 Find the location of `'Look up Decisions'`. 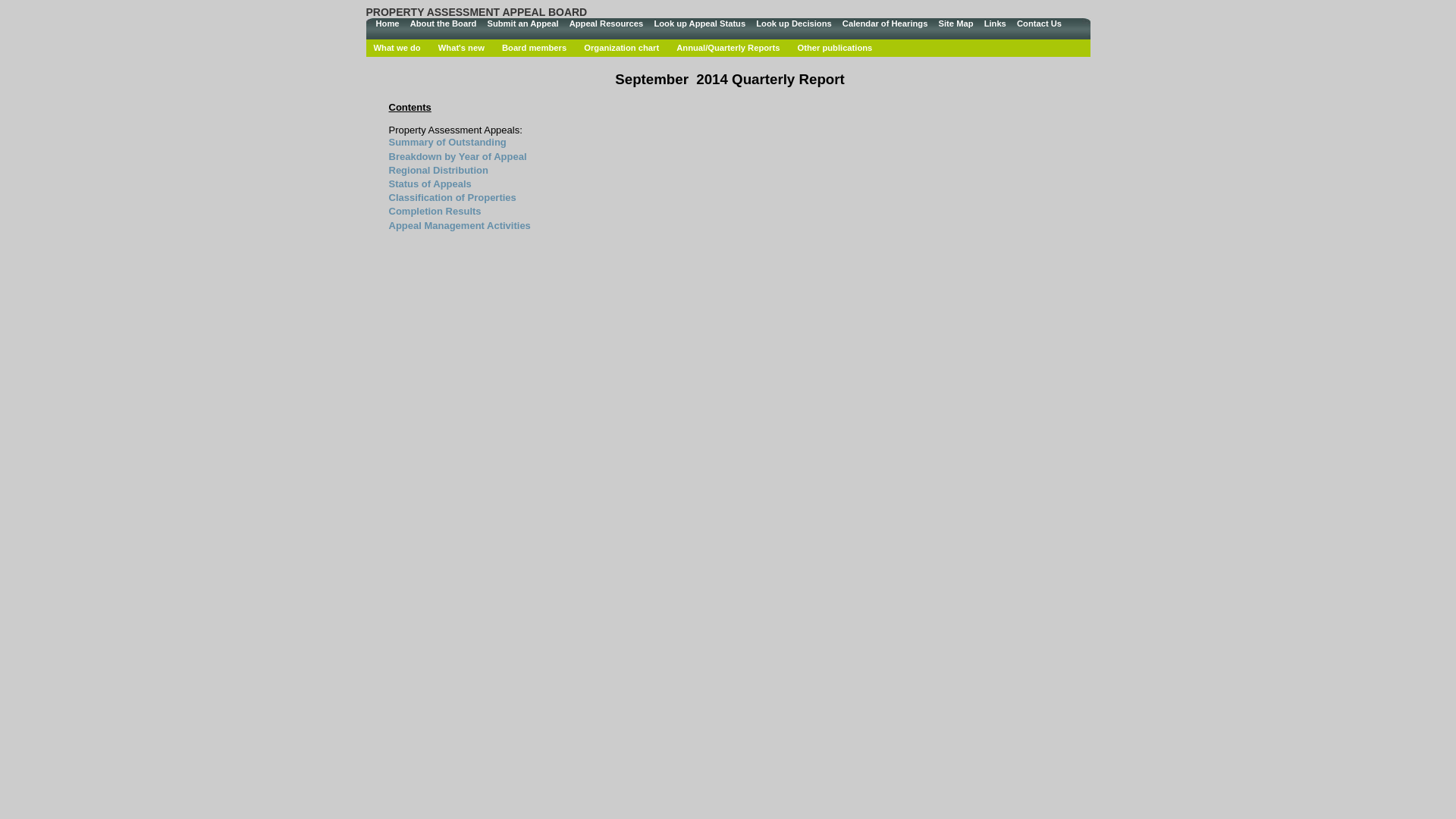

'Look up Decisions' is located at coordinates (792, 24).